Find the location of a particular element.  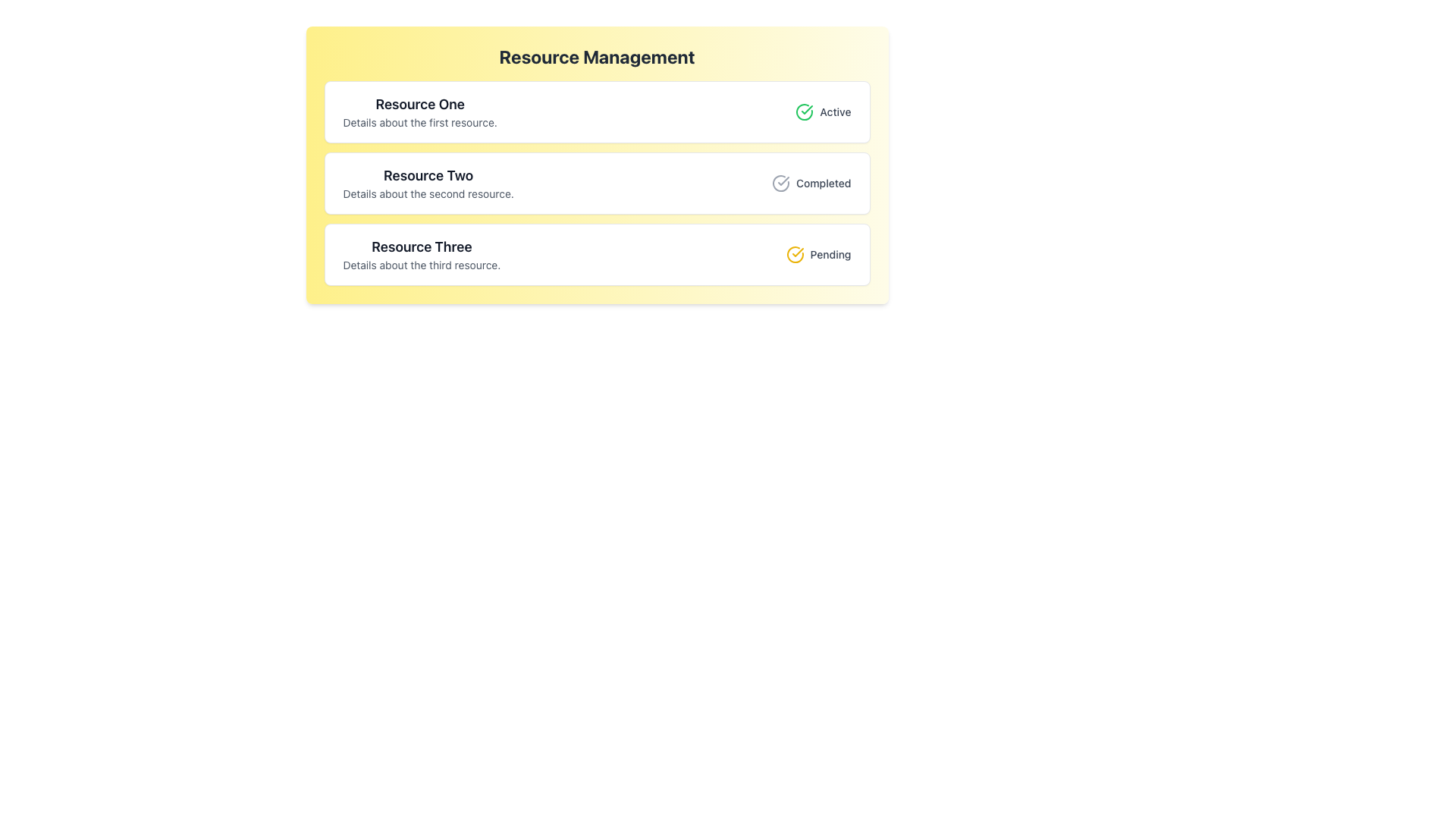

the text label displaying 'Active', which is styled in gray and located to the right of the green checkmark icon in the 'Resource One' row is located at coordinates (834, 111).